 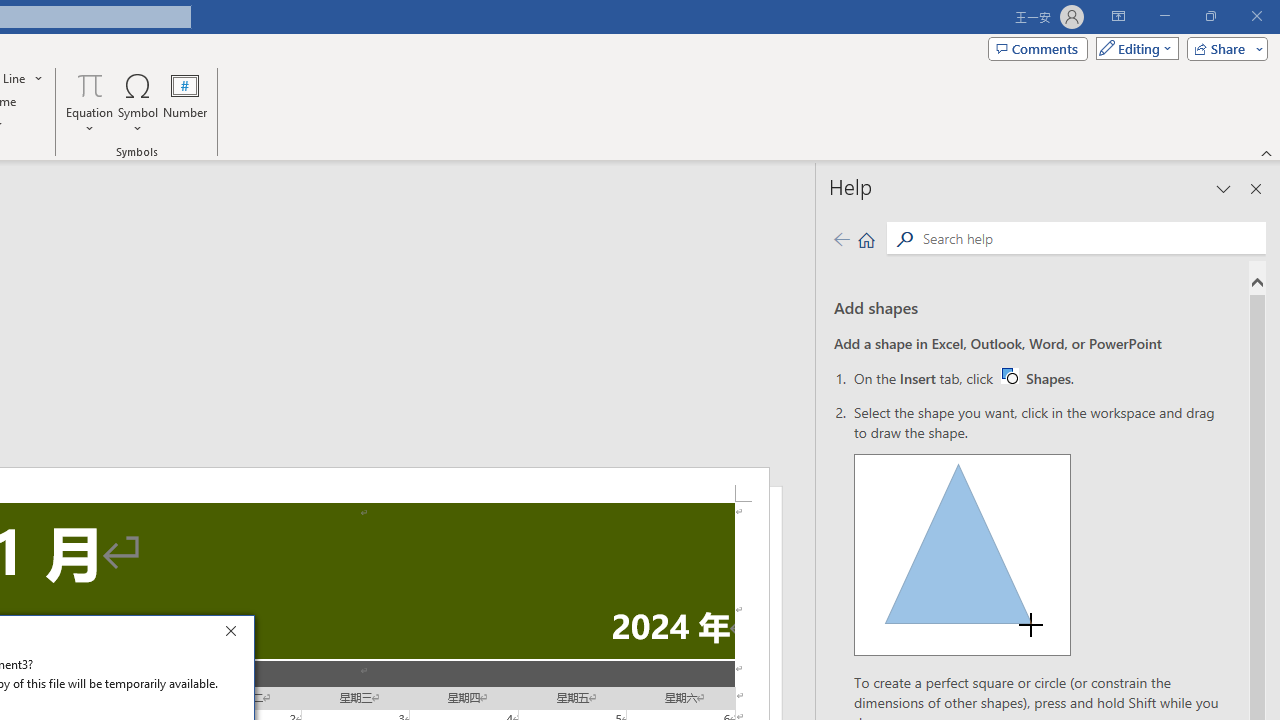 I want to click on 'Symbol', so click(x=137, y=103).